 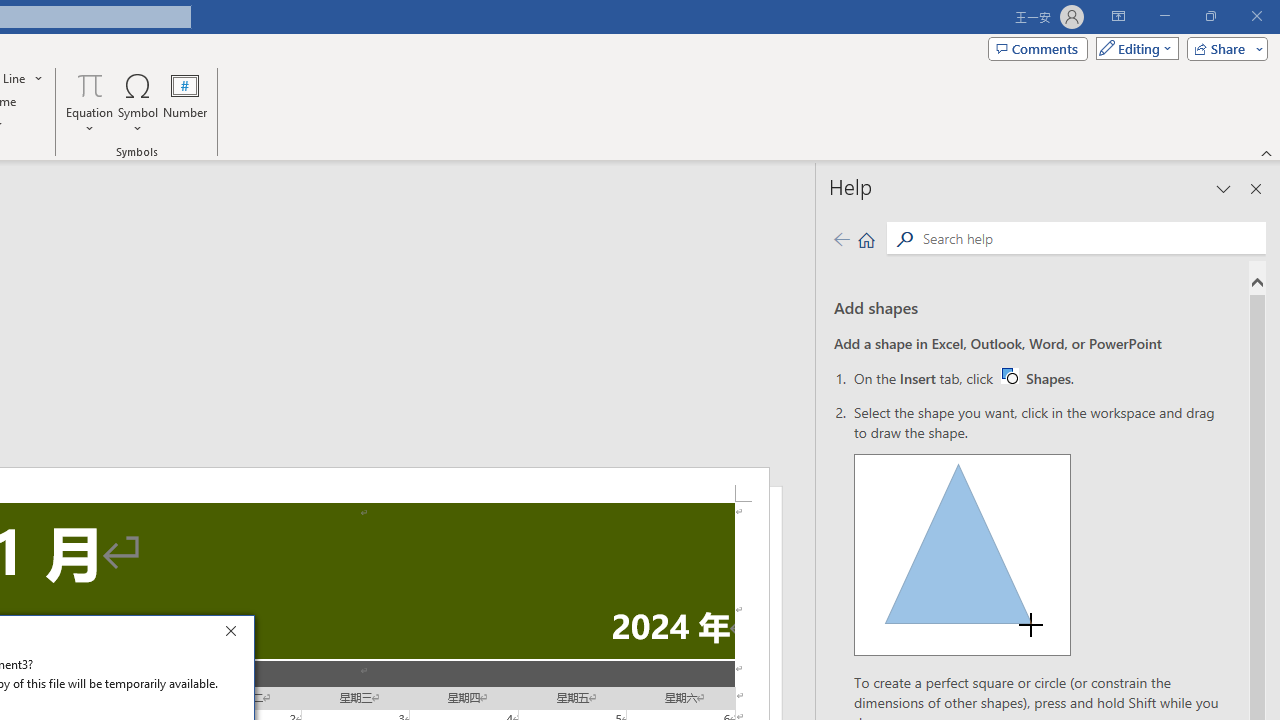 I want to click on 'Symbol', so click(x=137, y=103).